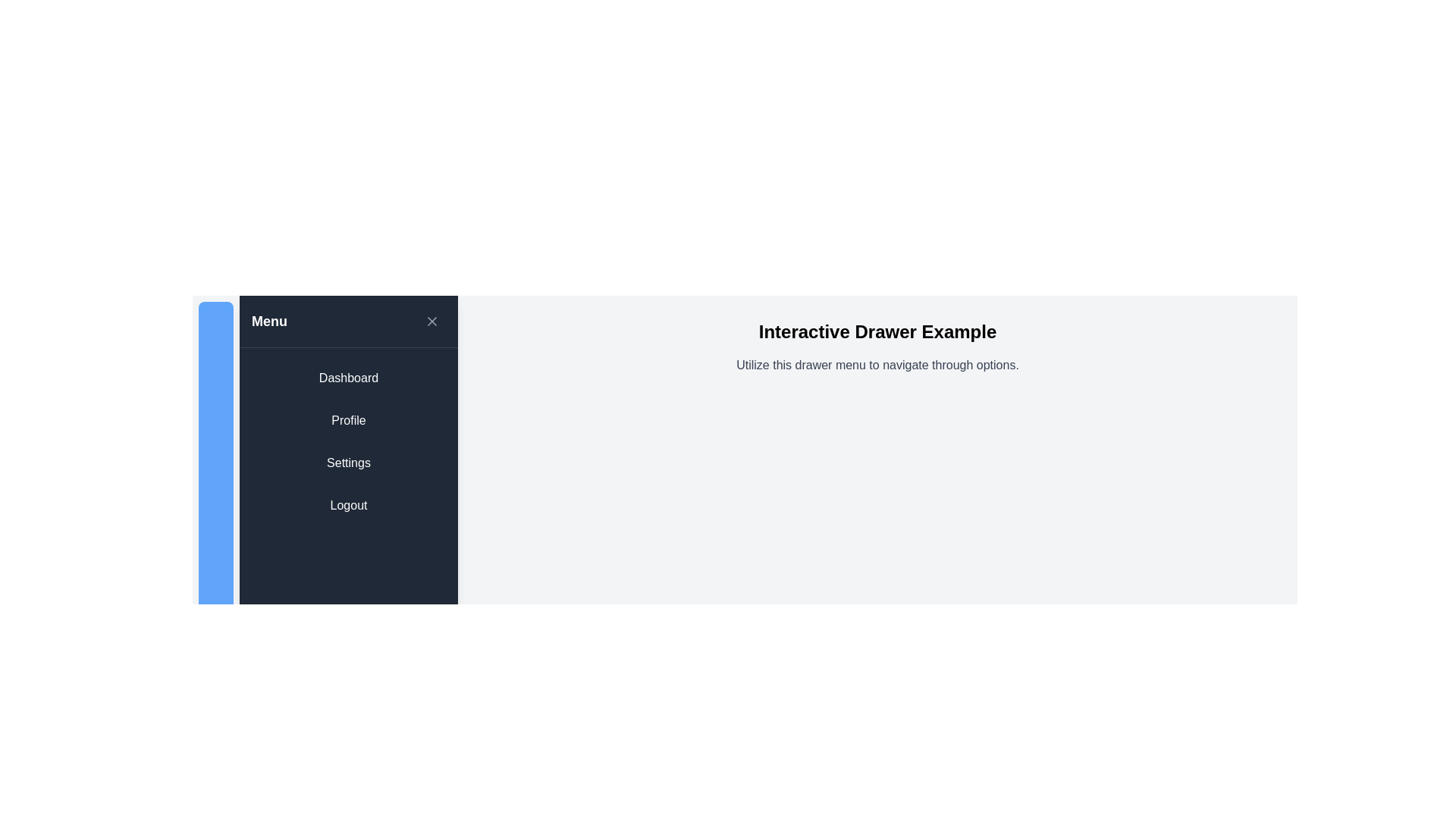  Describe the element at coordinates (877, 366) in the screenshot. I see `the static text providing instructions for the drawer menu, located beneath the 'Interactive Drawer Example' heading` at that location.